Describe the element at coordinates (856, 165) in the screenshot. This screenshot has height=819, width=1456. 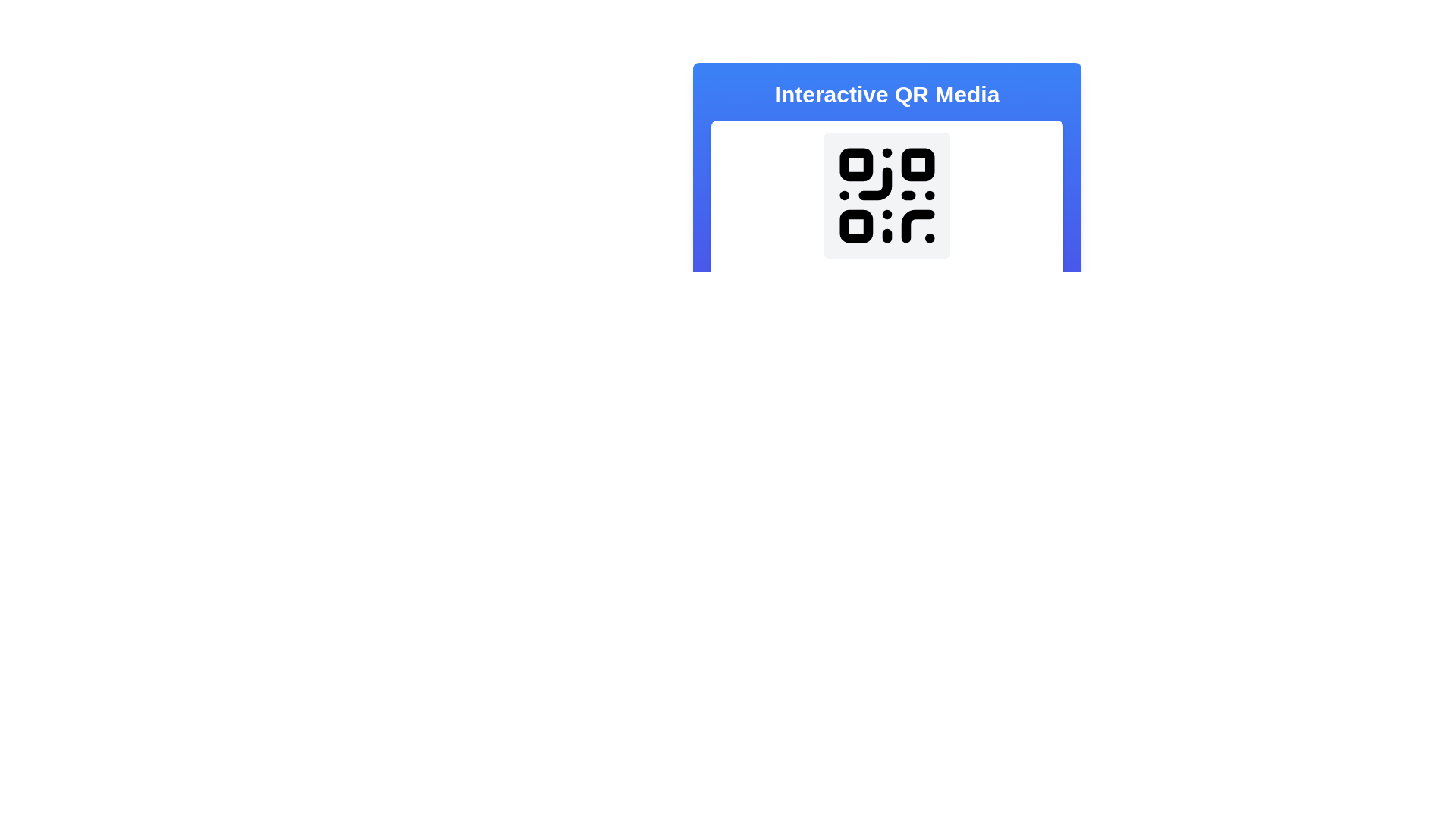
I see `rounded square marker located in the upper-left section of the QR code` at that location.